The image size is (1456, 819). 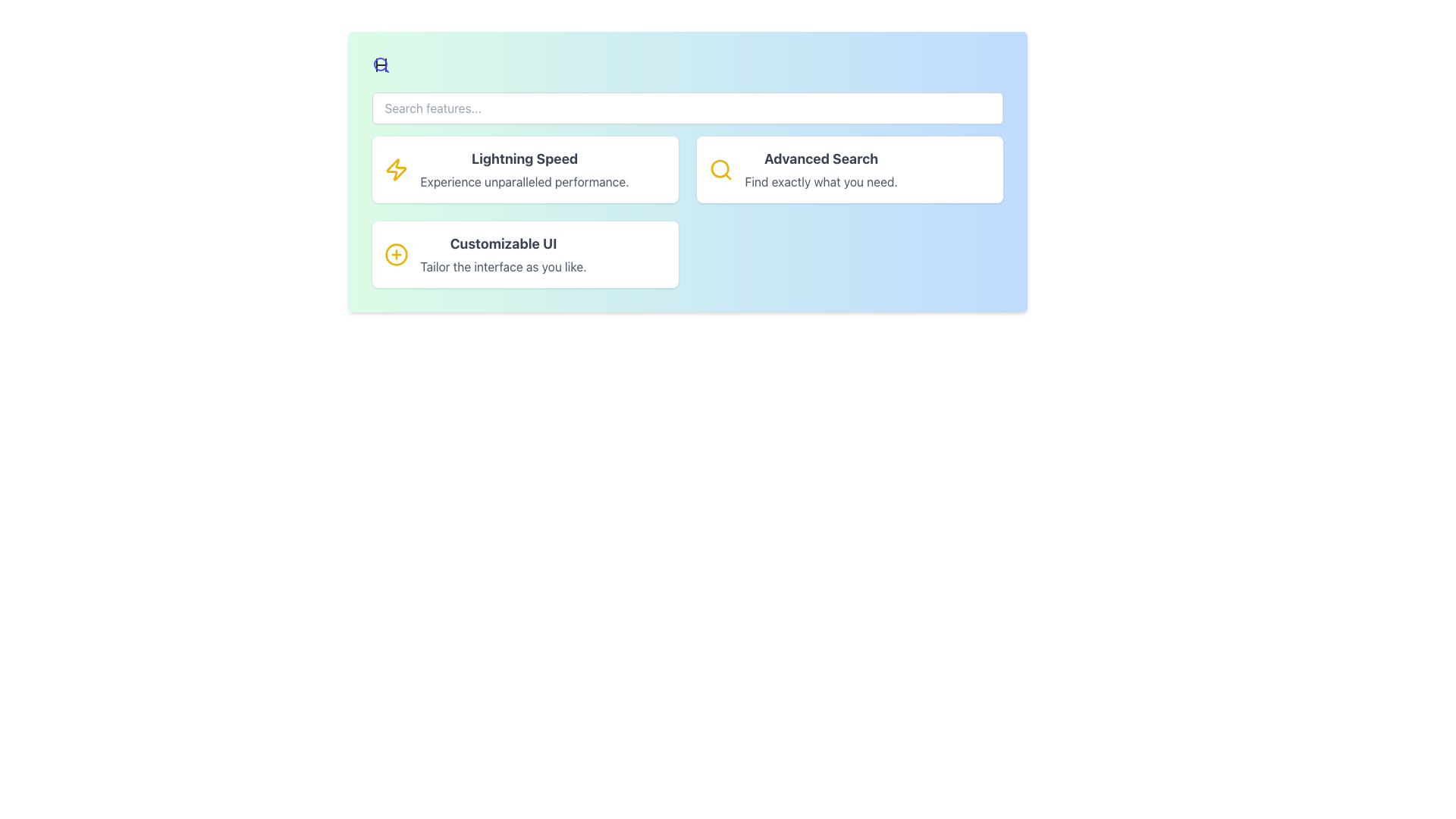 I want to click on informational text content located in the third card from the left, beneath the search bar and to the left of the 'Advanced Search' panel, so click(x=504, y=253).